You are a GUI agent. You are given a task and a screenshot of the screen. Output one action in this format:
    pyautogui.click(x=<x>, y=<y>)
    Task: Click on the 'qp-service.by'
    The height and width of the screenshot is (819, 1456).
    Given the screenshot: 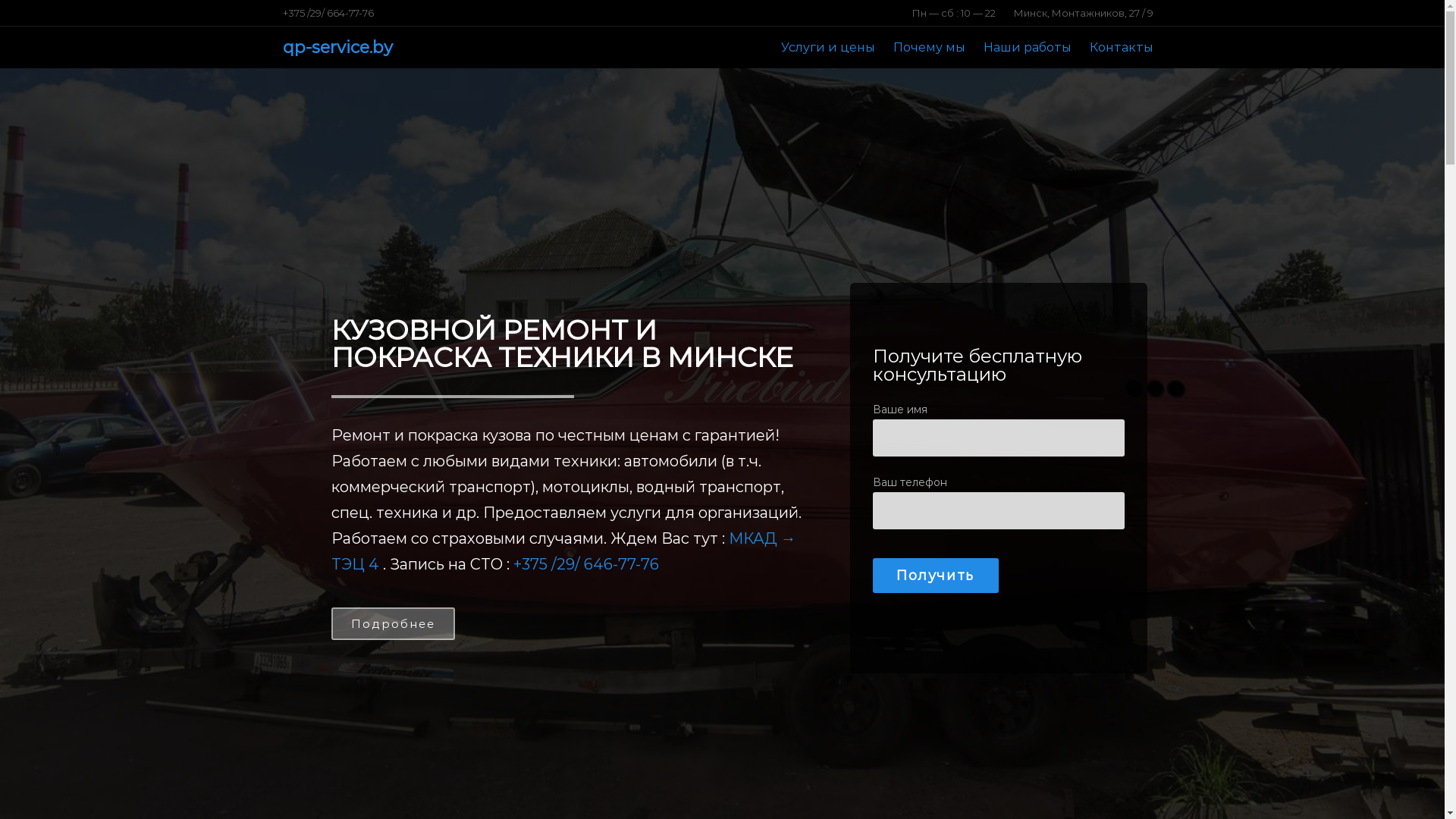 What is the action you would take?
    pyautogui.click(x=336, y=46)
    